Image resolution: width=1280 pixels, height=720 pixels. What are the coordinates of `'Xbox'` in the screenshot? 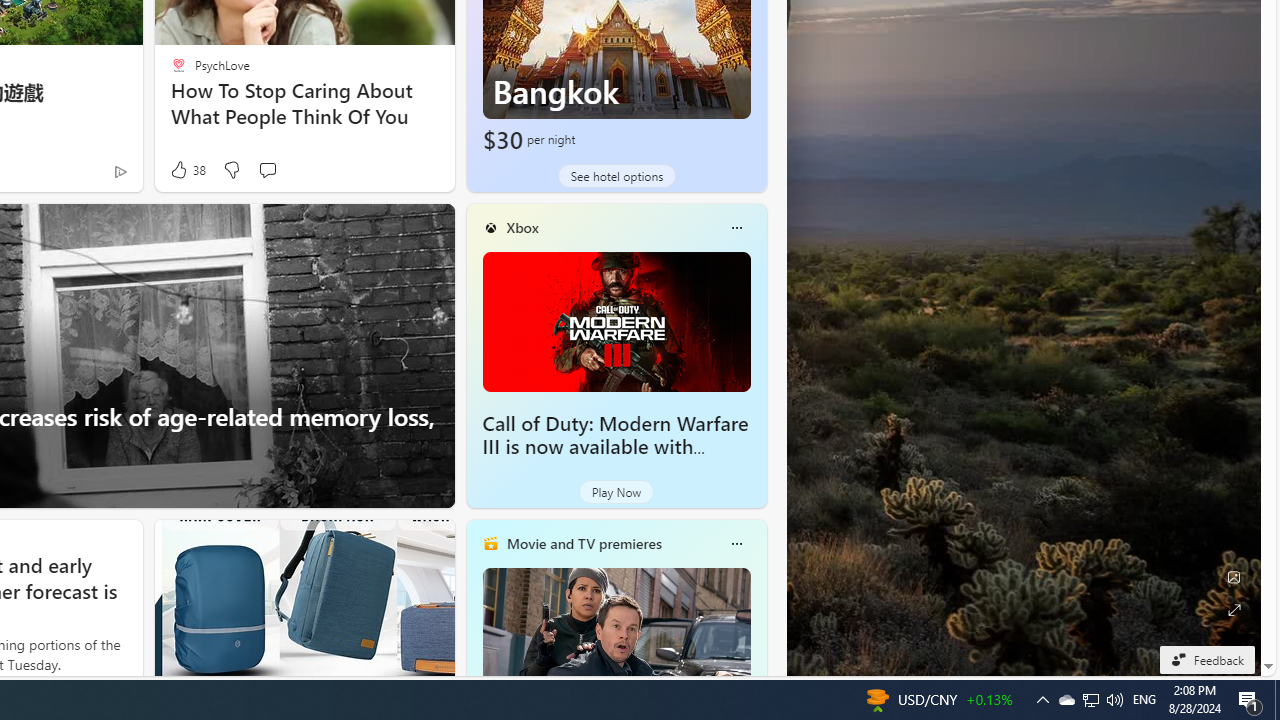 It's located at (522, 226).